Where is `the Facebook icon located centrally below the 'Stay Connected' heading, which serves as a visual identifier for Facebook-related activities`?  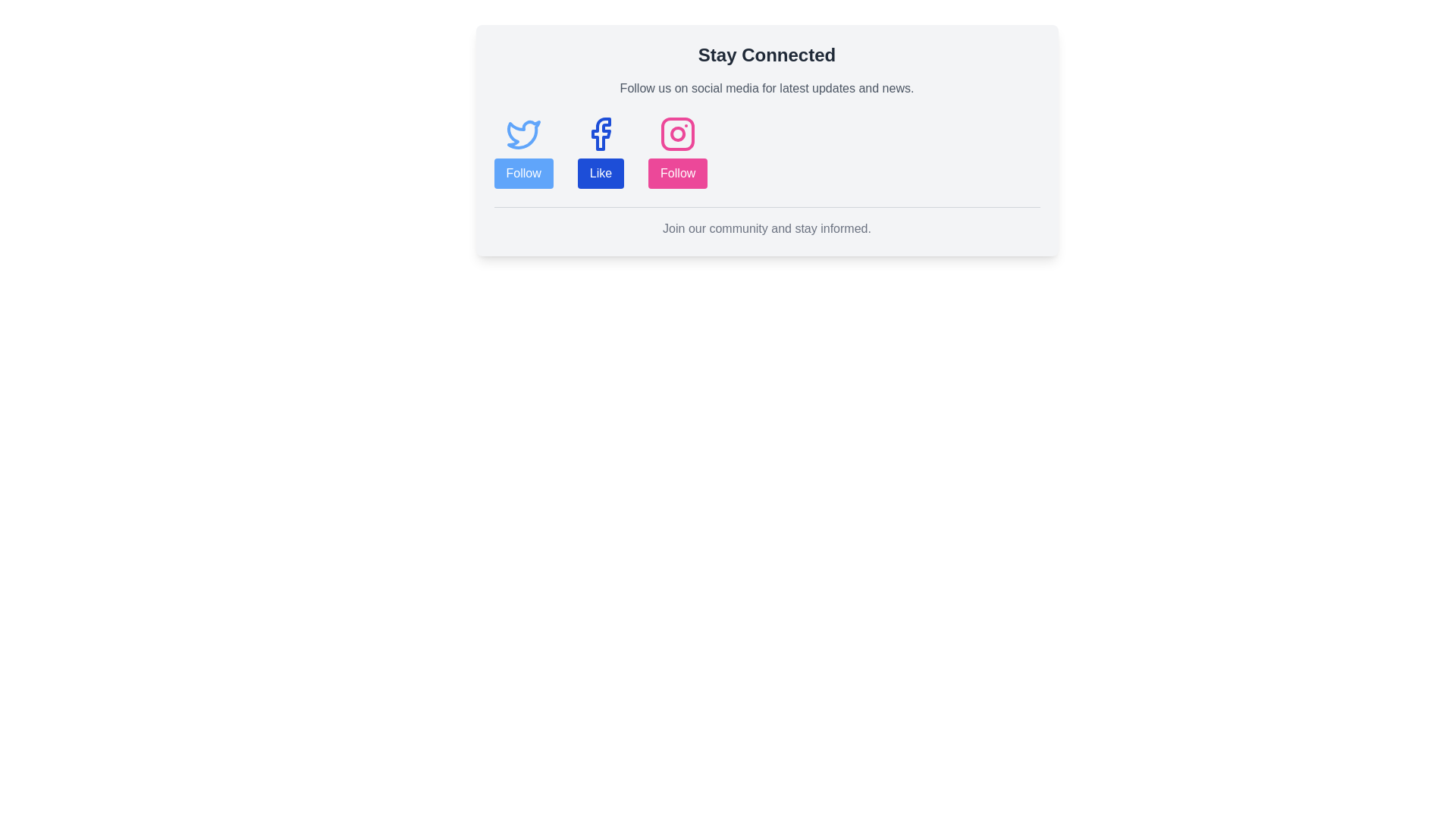
the Facebook icon located centrally below the 'Stay Connected' heading, which serves as a visual identifier for Facebook-related activities is located at coordinates (600, 133).